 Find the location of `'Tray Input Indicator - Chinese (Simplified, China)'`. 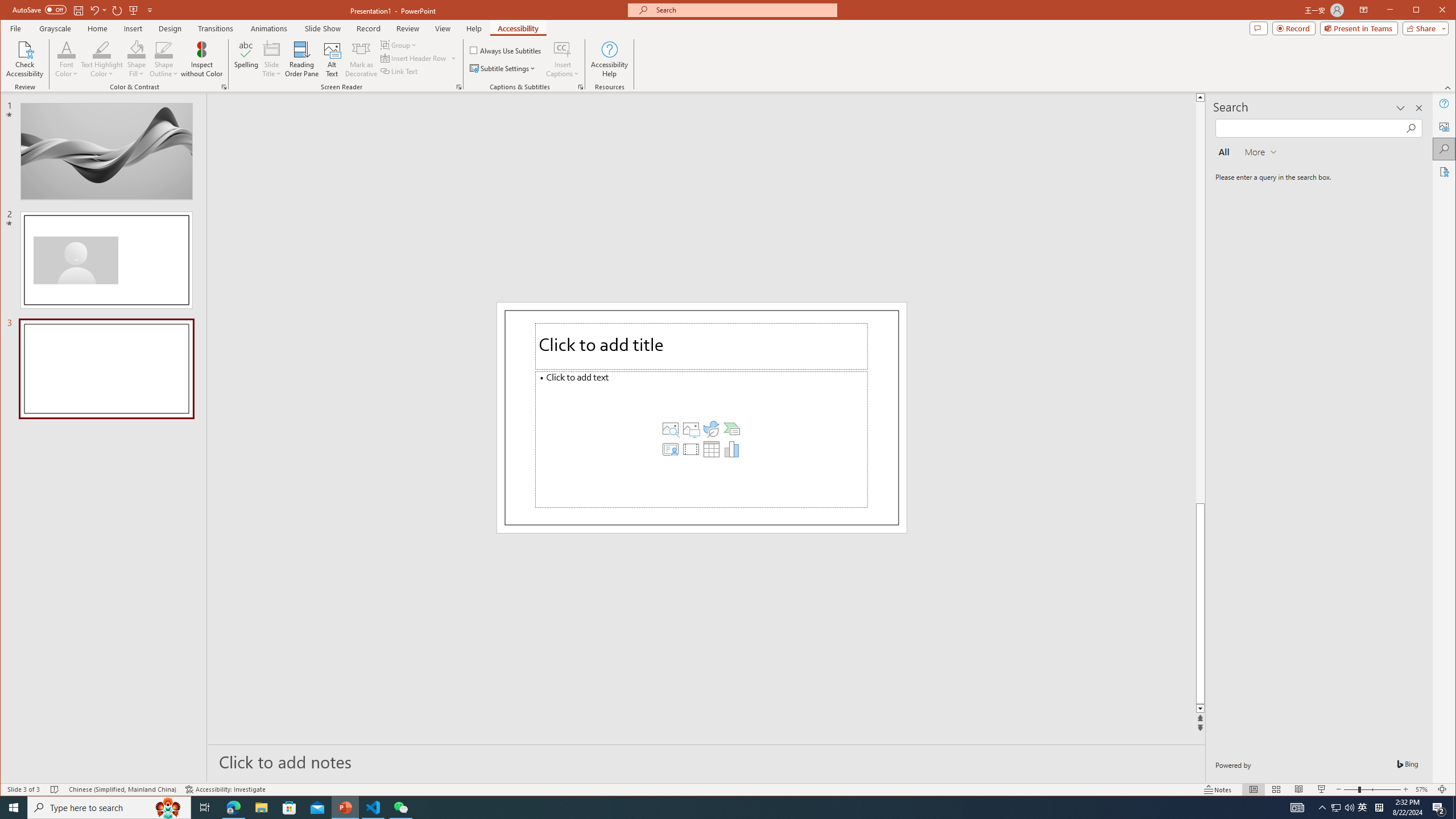

'Tray Input Indicator - Chinese (Simplified, China)' is located at coordinates (1379, 806).